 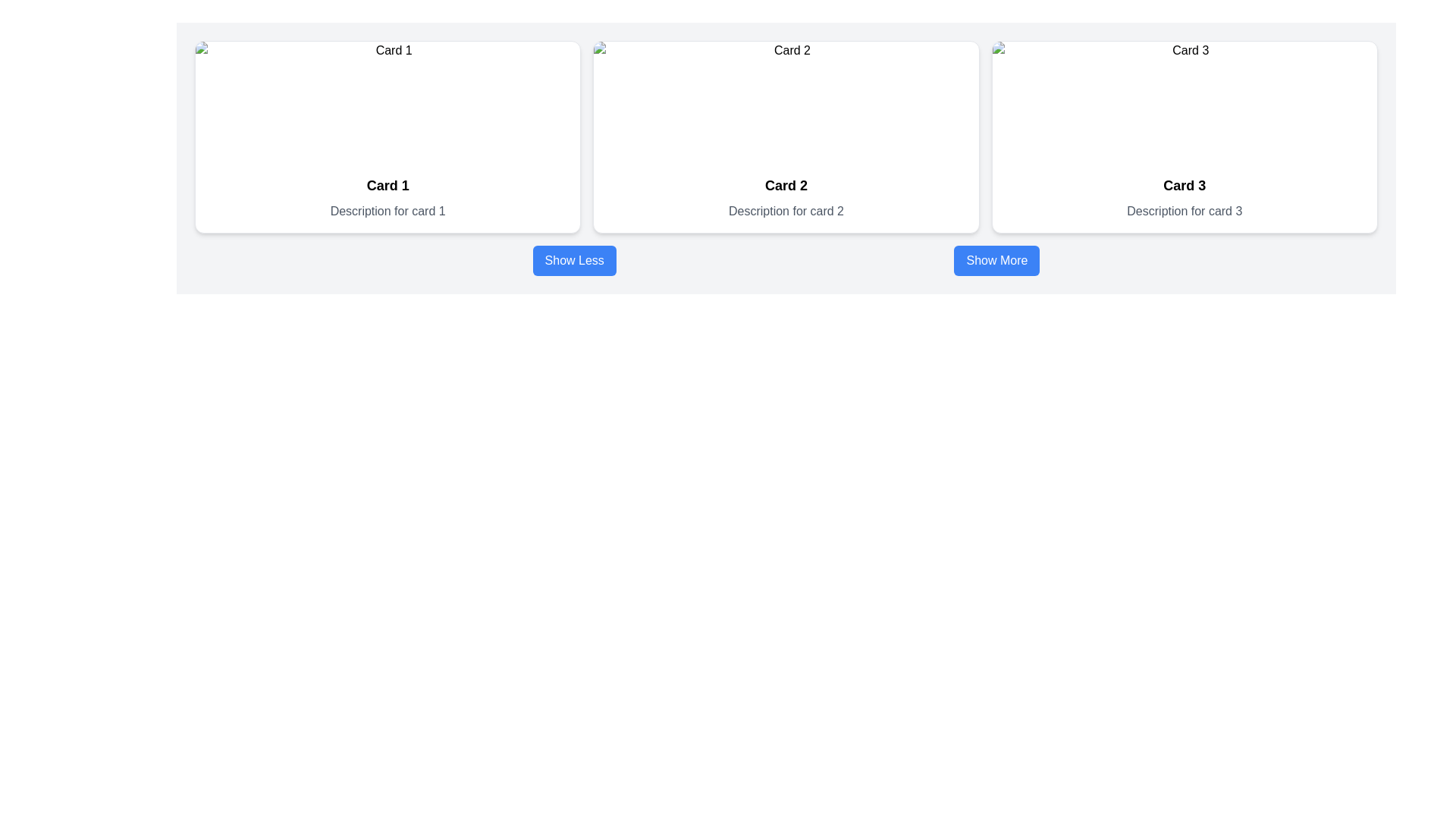 What do you see at coordinates (1184, 211) in the screenshot?
I see `the descriptive text display located below the title 'Card 3' in the third card of the series` at bounding box center [1184, 211].